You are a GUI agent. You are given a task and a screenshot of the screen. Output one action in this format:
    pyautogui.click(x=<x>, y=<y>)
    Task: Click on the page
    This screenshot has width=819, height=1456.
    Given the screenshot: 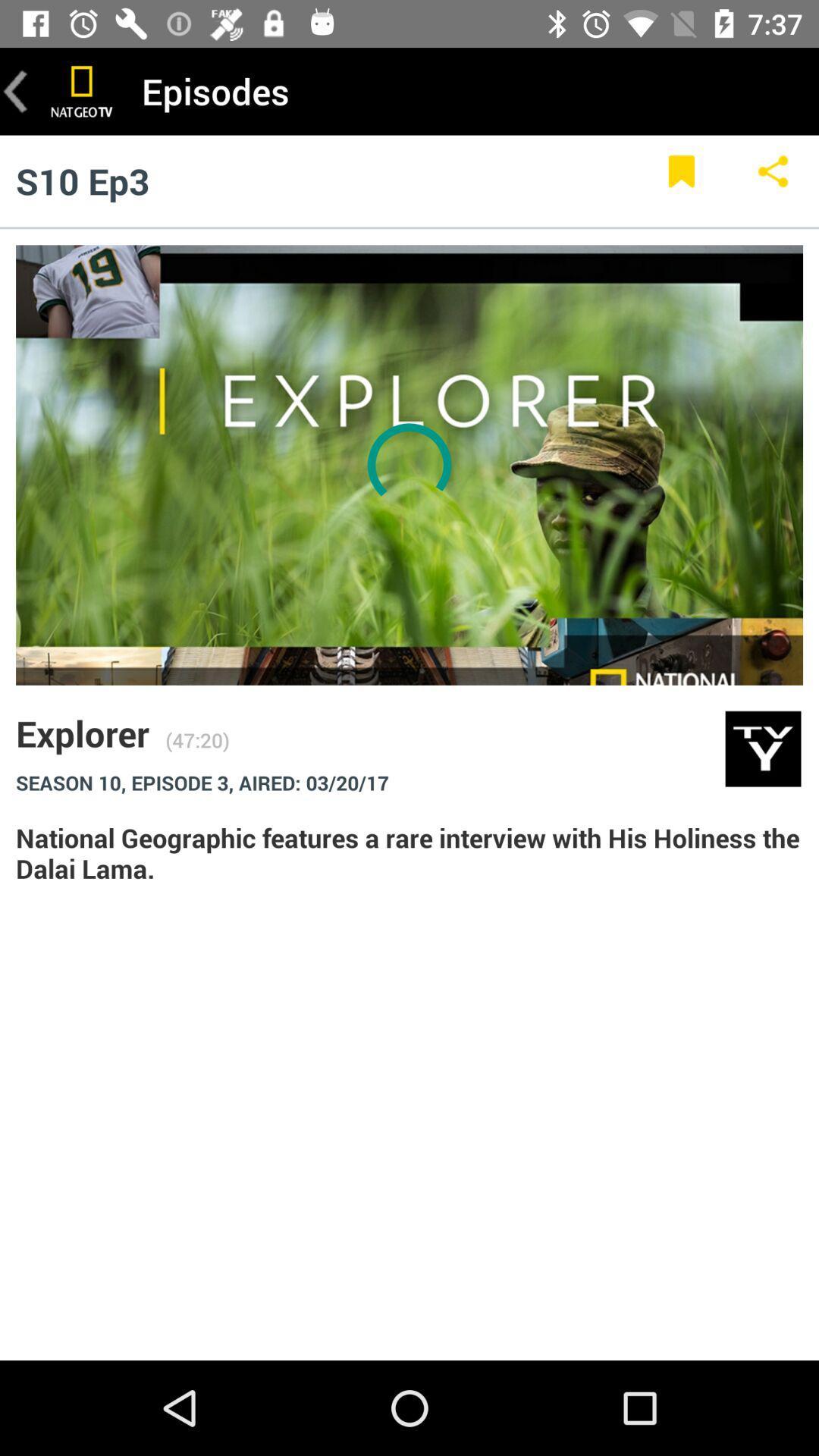 What is the action you would take?
    pyautogui.click(x=680, y=180)
    